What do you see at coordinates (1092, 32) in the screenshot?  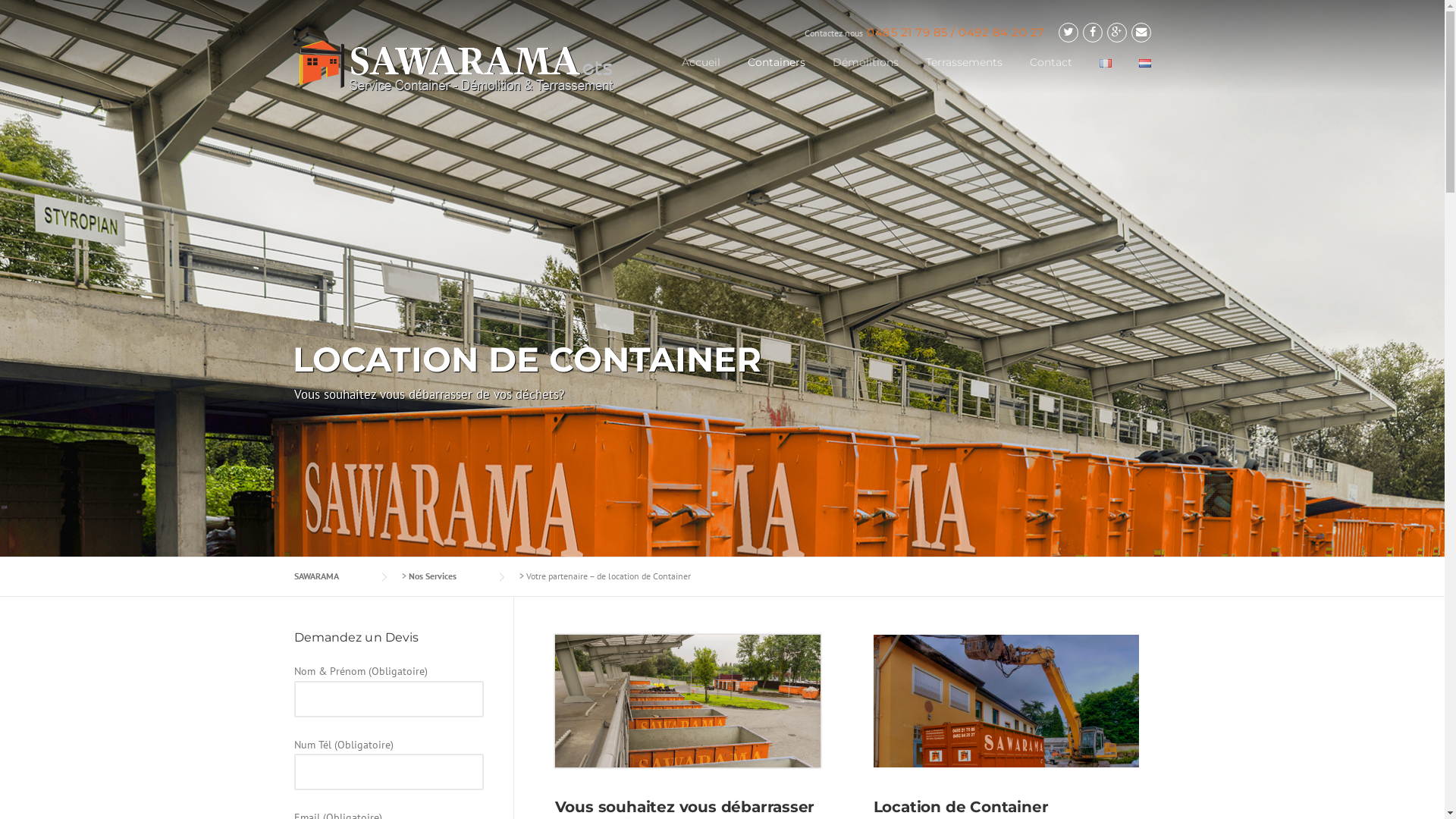 I see `'Facebook'` at bounding box center [1092, 32].